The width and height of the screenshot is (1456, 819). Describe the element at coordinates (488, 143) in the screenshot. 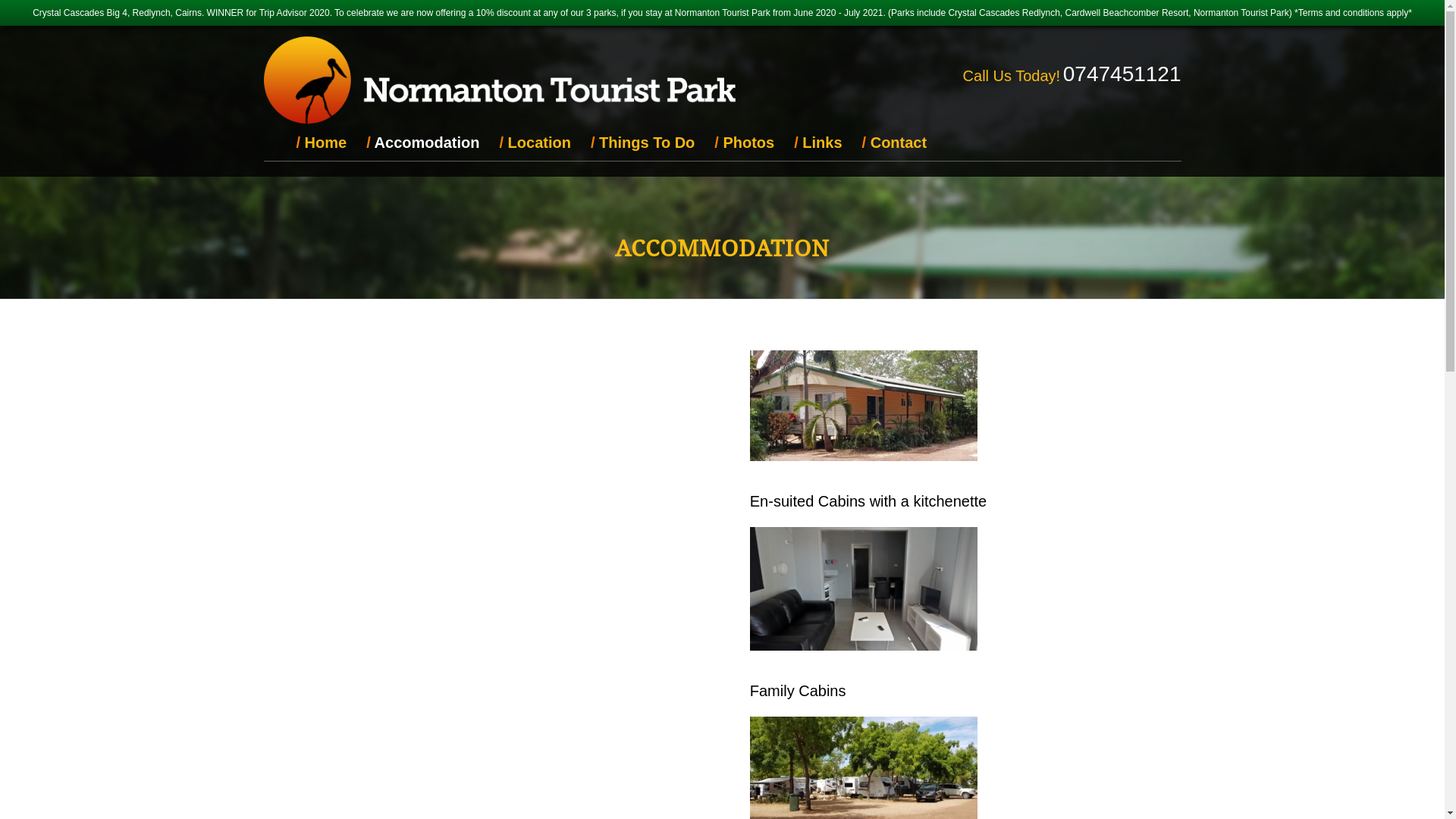

I see `'/ Location'` at that location.